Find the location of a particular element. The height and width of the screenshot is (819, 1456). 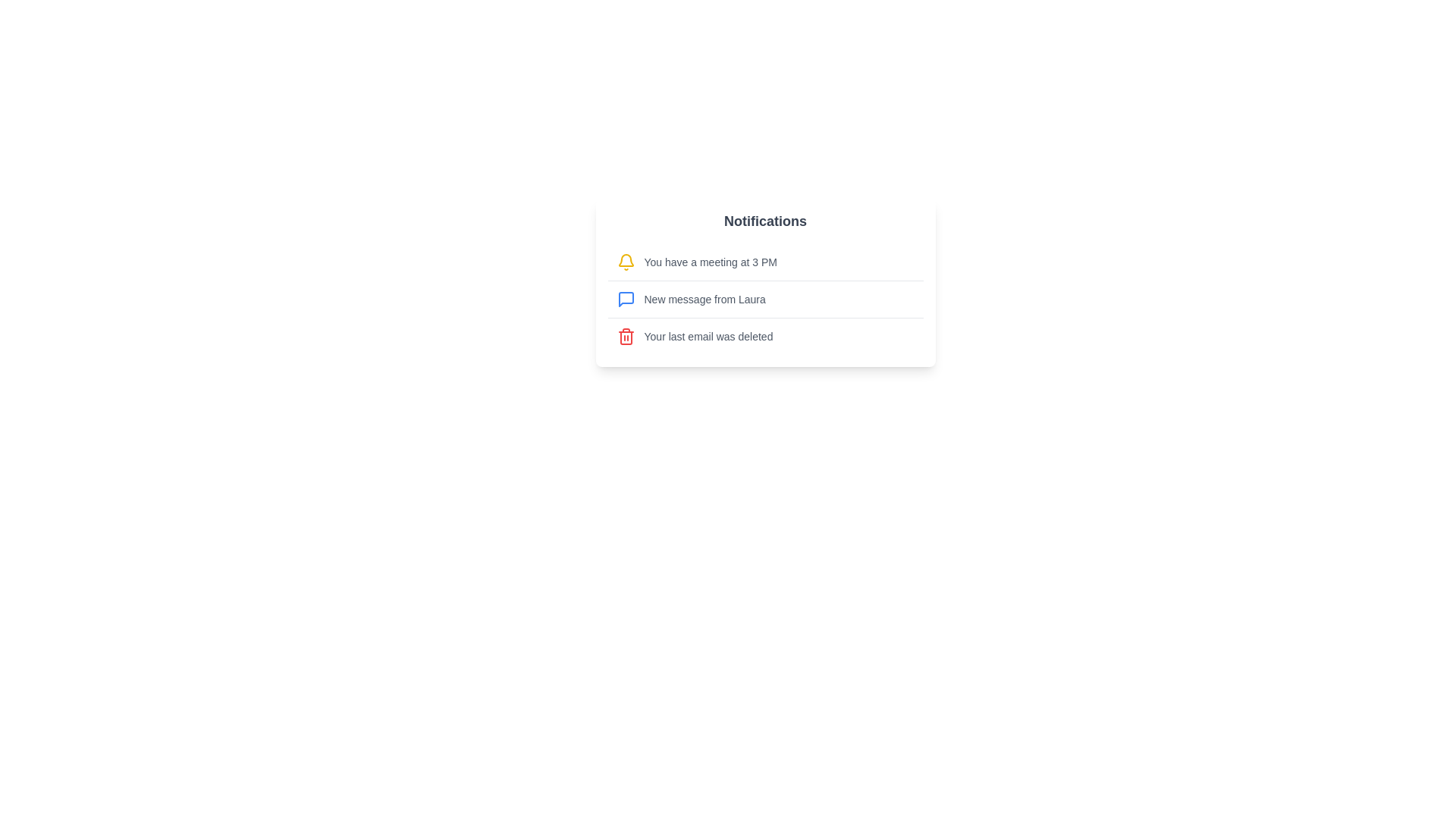

the red outlined trash can vector graphic icon that denotes a delete action, located in the bottom row of the notification list next to the text 'Your last email was deleted' is located at coordinates (626, 337).